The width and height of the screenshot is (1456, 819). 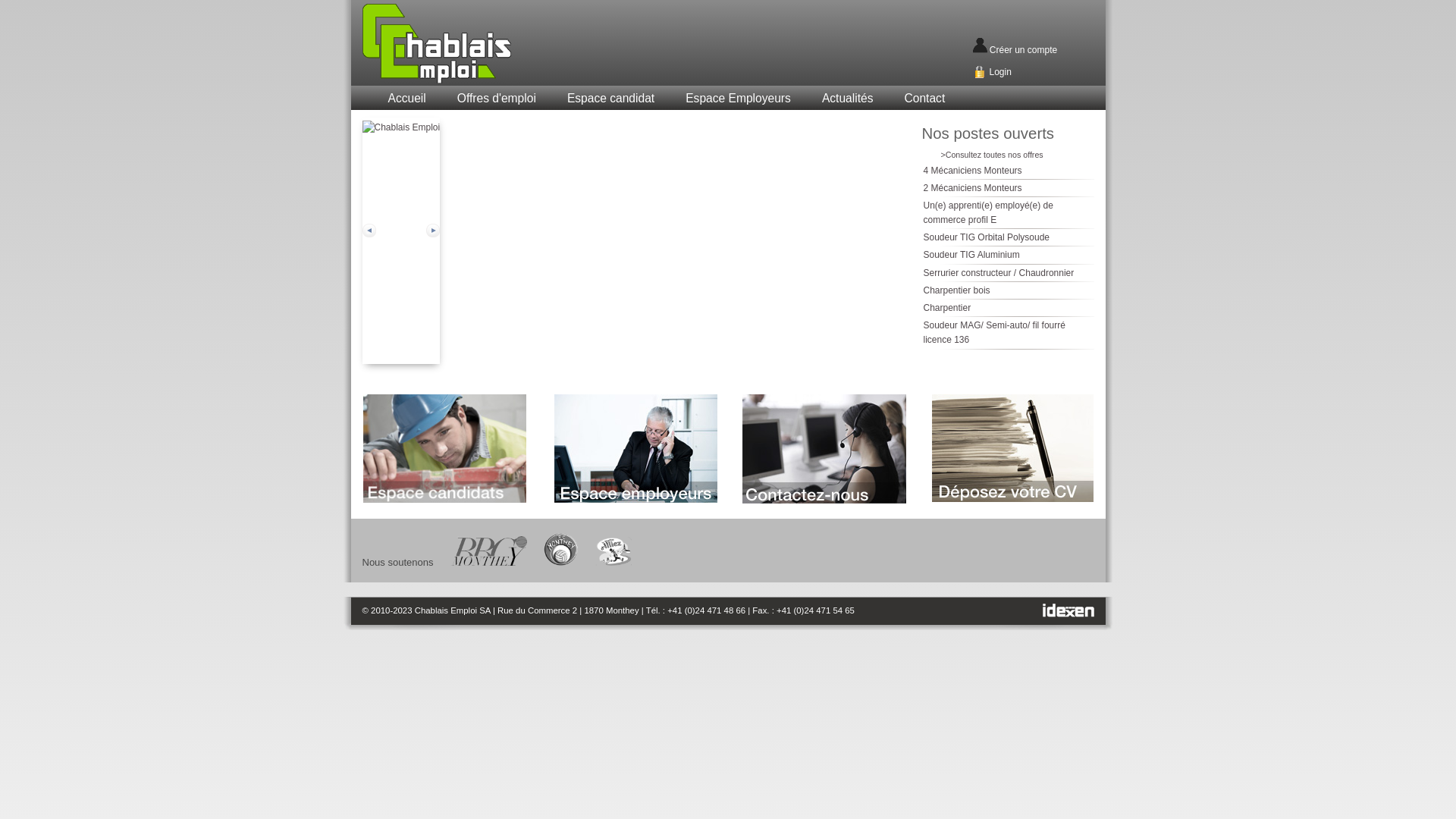 What do you see at coordinates (987, 237) in the screenshot?
I see `'Soudeur TIG Orbital Polysoude'` at bounding box center [987, 237].